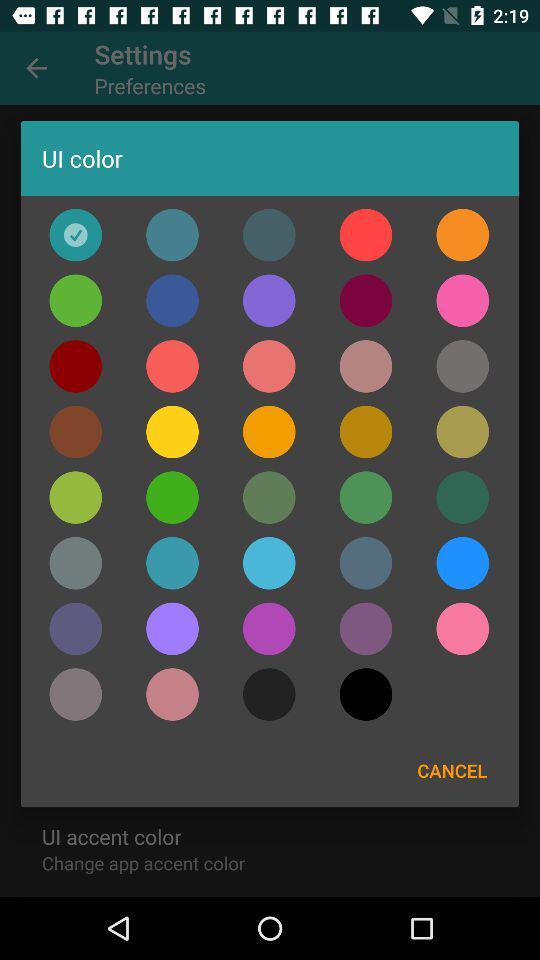  Describe the element at coordinates (462, 627) in the screenshot. I see `ui color` at that location.